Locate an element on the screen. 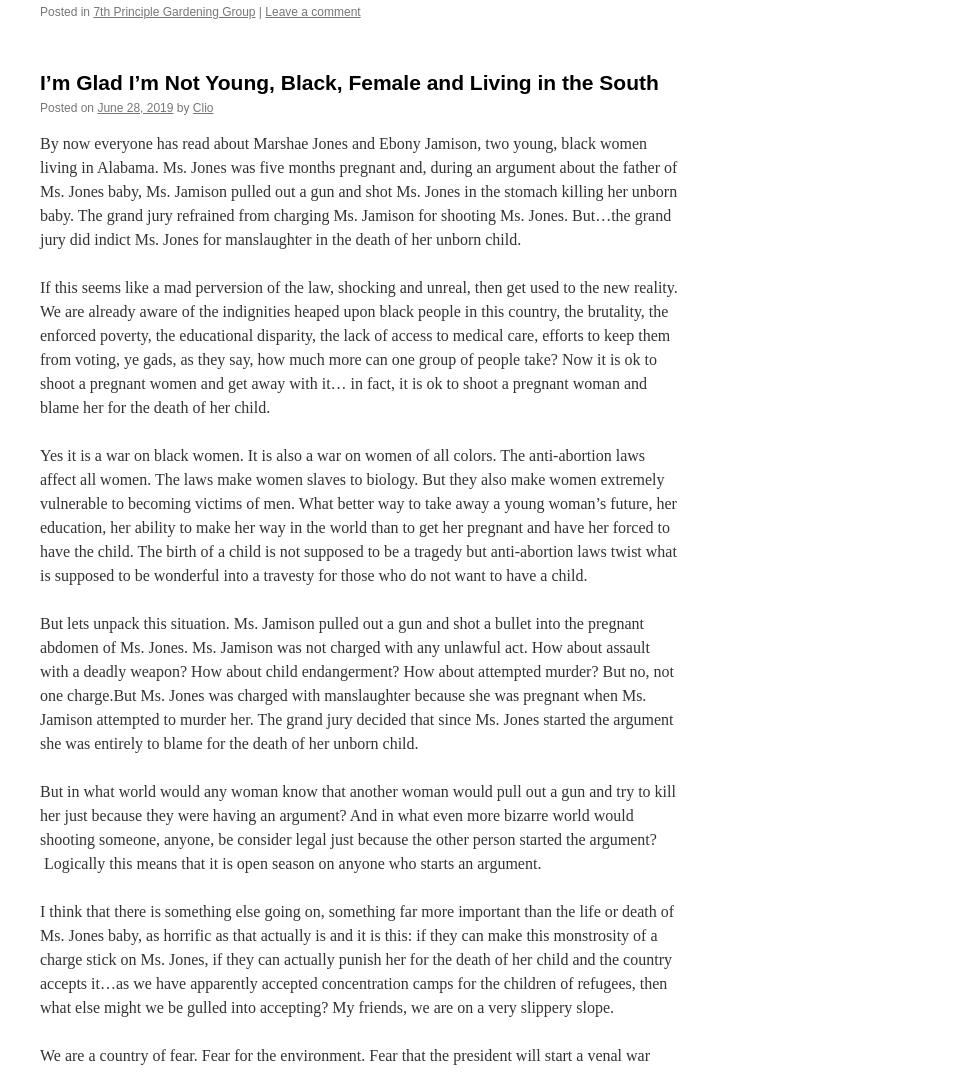 This screenshot has height=1073, width=980. '|' is located at coordinates (258, 10).